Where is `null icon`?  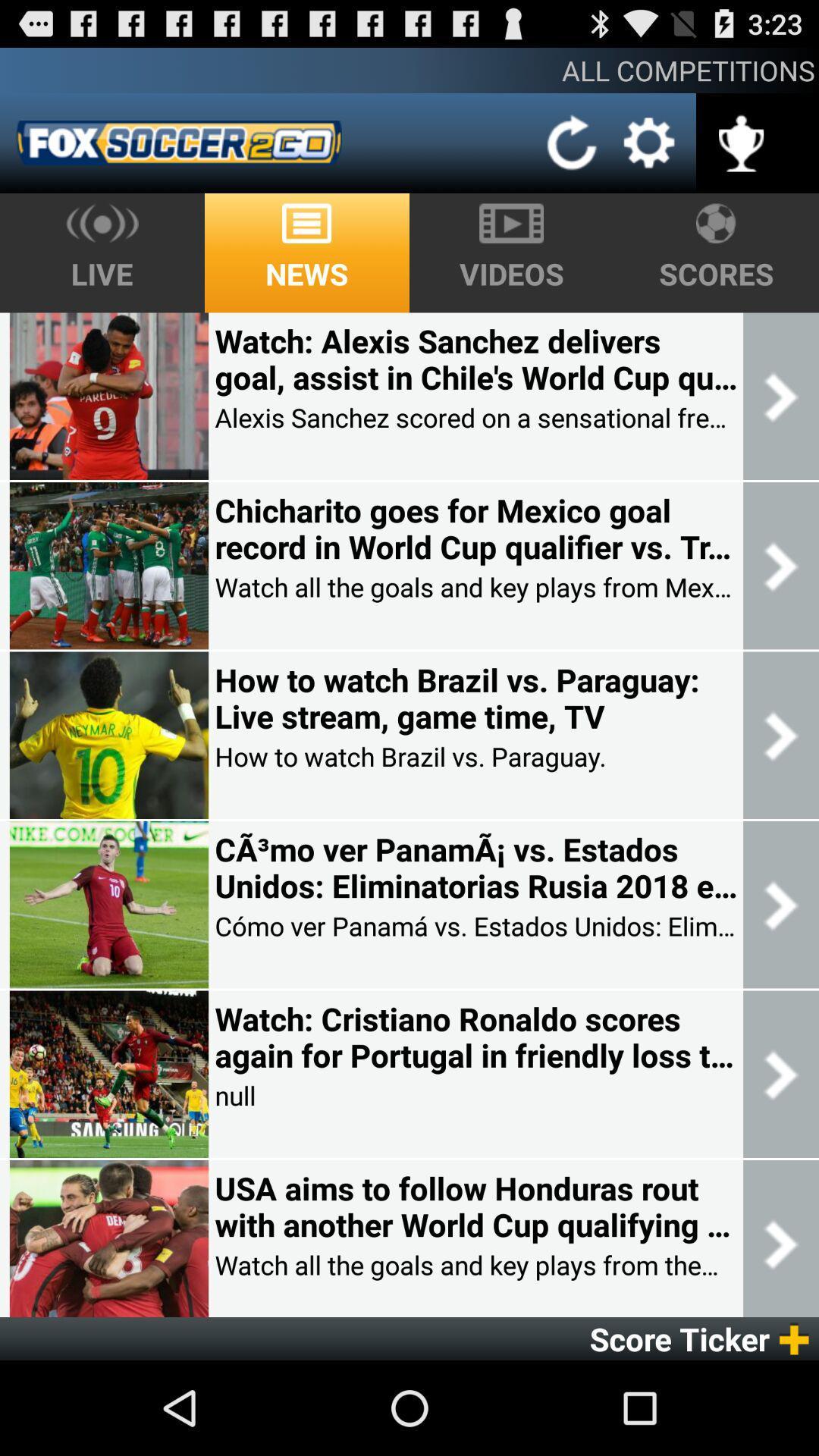
null icon is located at coordinates (235, 1095).